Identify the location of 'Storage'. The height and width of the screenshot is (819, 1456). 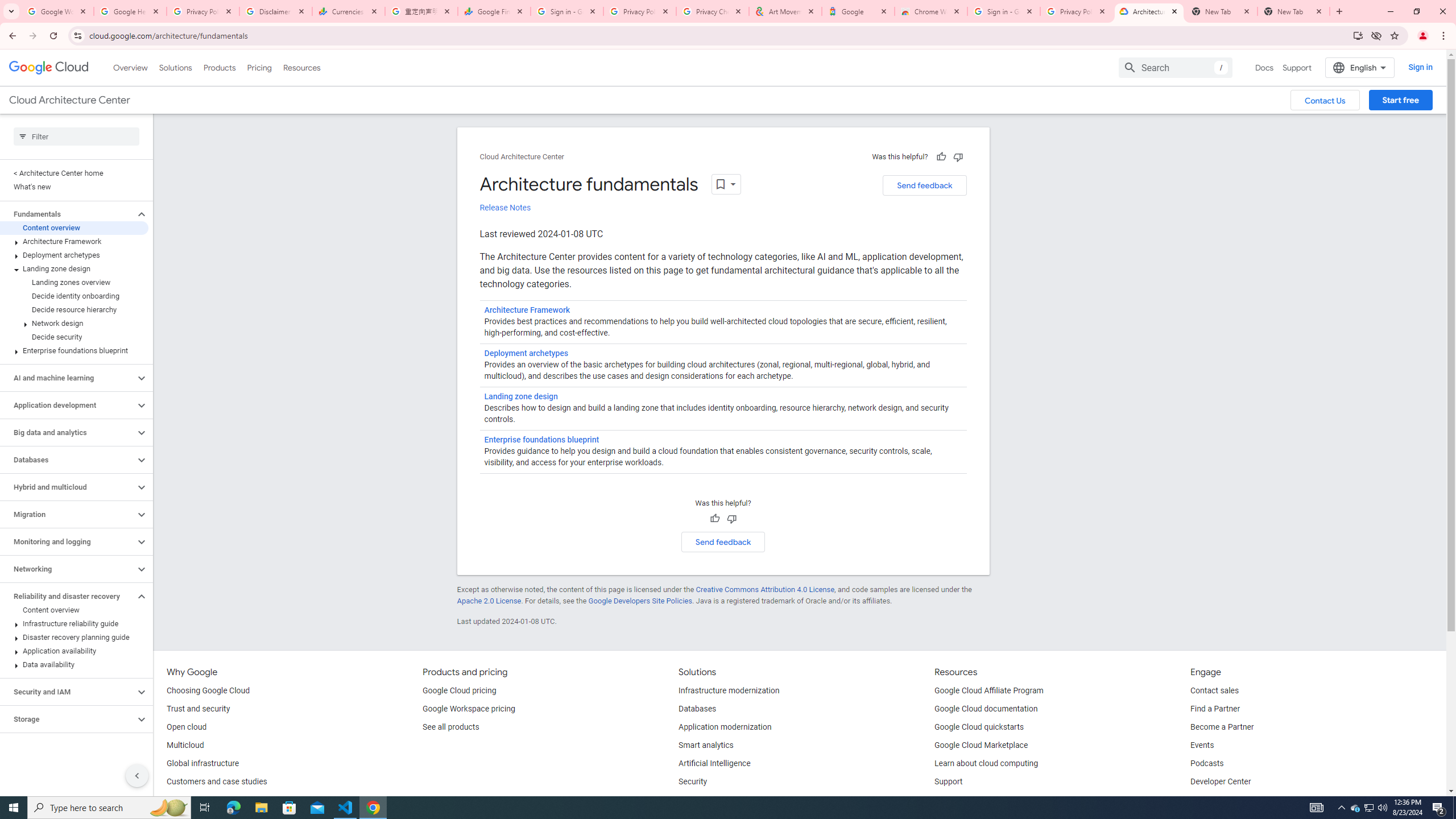
(67, 719).